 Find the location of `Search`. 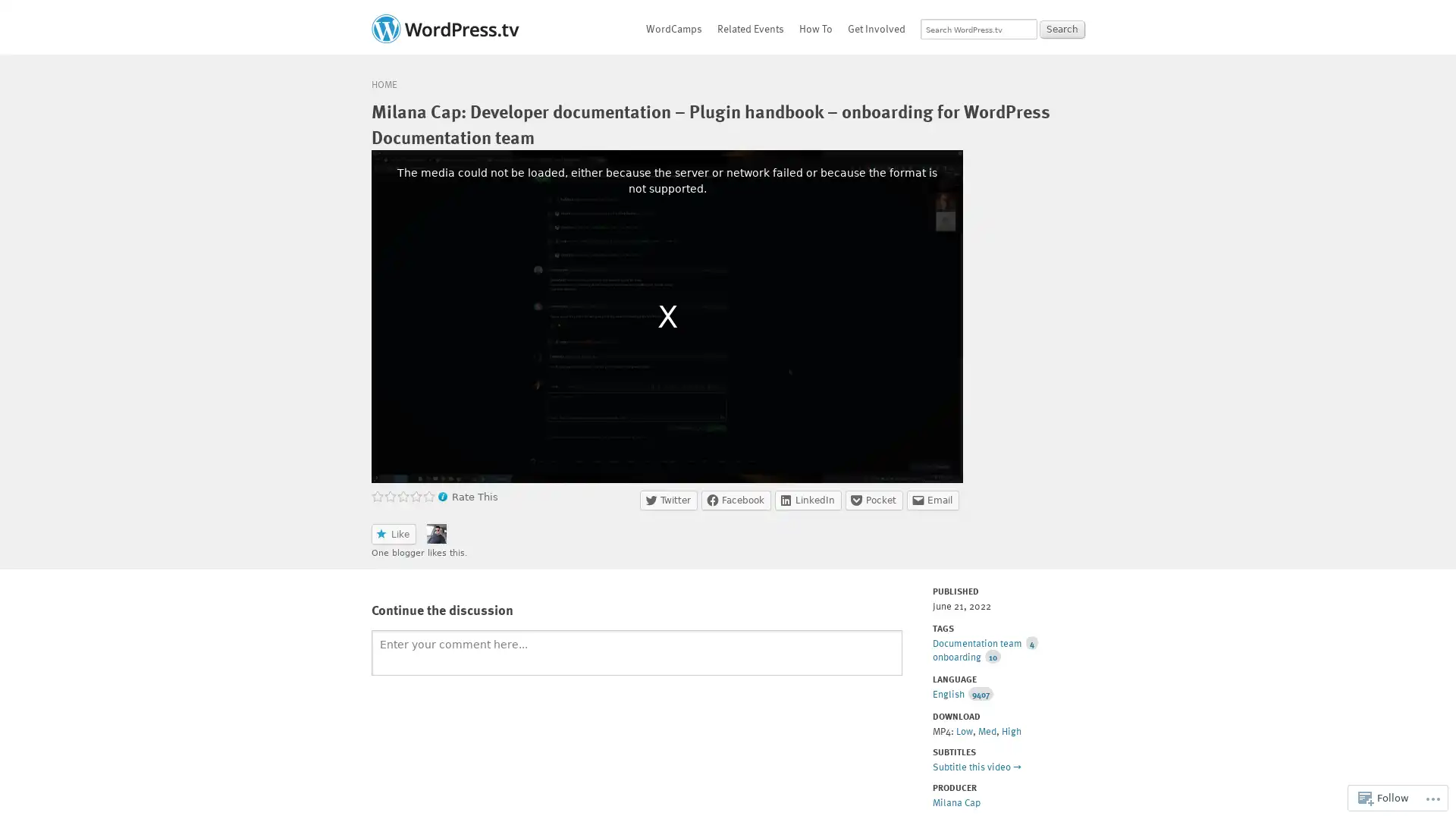

Search is located at coordinates (1062, 29).